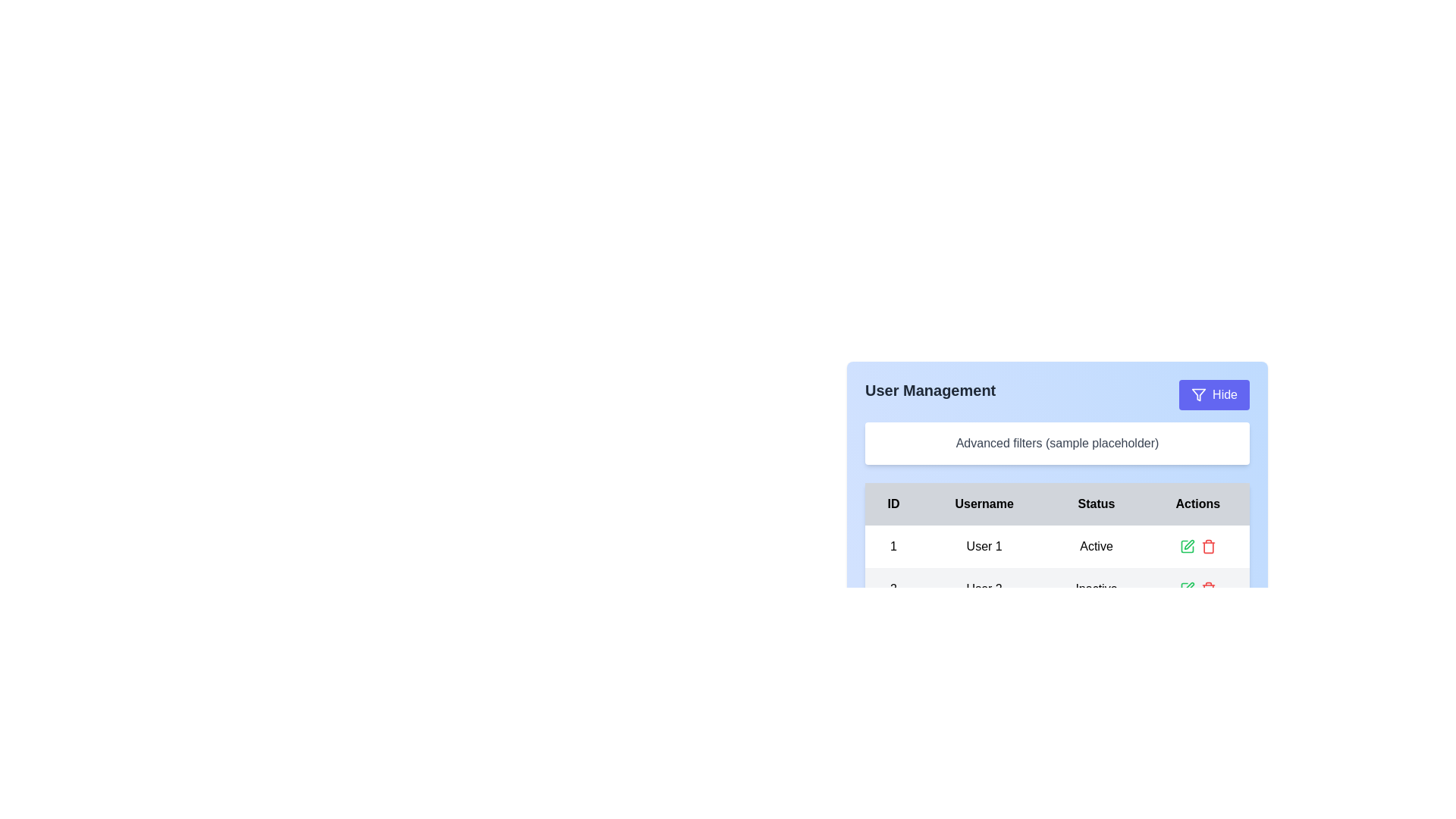 The width and height of the screenshot is (1456, 819). Describe the element at coordinates (1056, 443) in the screenshot. I see `the text label displaying 'Advanced filters (sample placeholder)' in light gray color, which is centrally positioned within a card below the 'User Management' section` at that location.